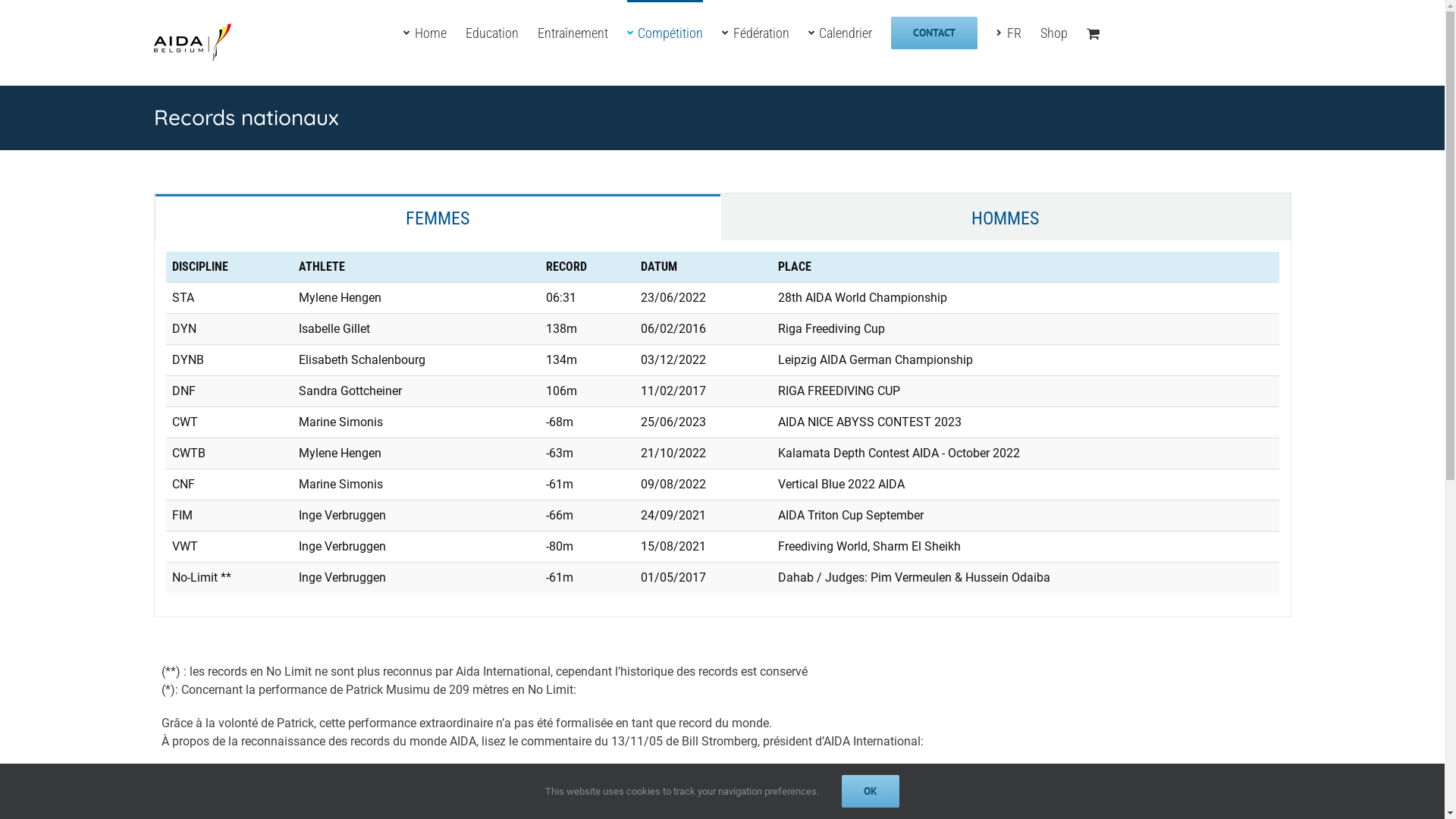 The width and height of the screenshot is (1456, 819). What do you see at coordinates (934, 32) in the screenshot?
I see `'CONTACT'` at bounding box center [934, 32].